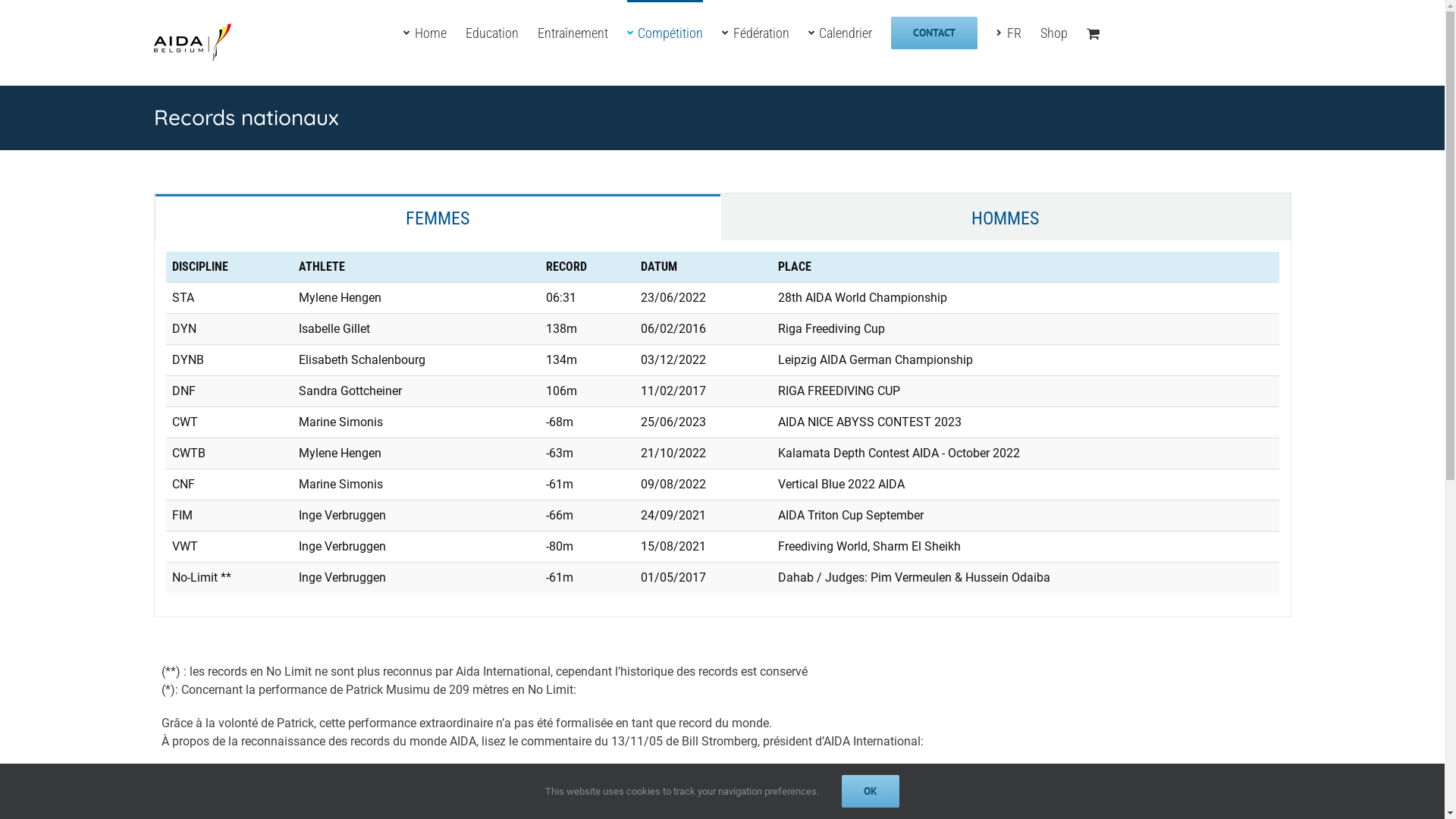 The width and height of the screenshot is (1456, 819). What do you see at coordinates (934, 32) in the screenshot?
I see `'CONTACT'` at bounding box center [934, 32].